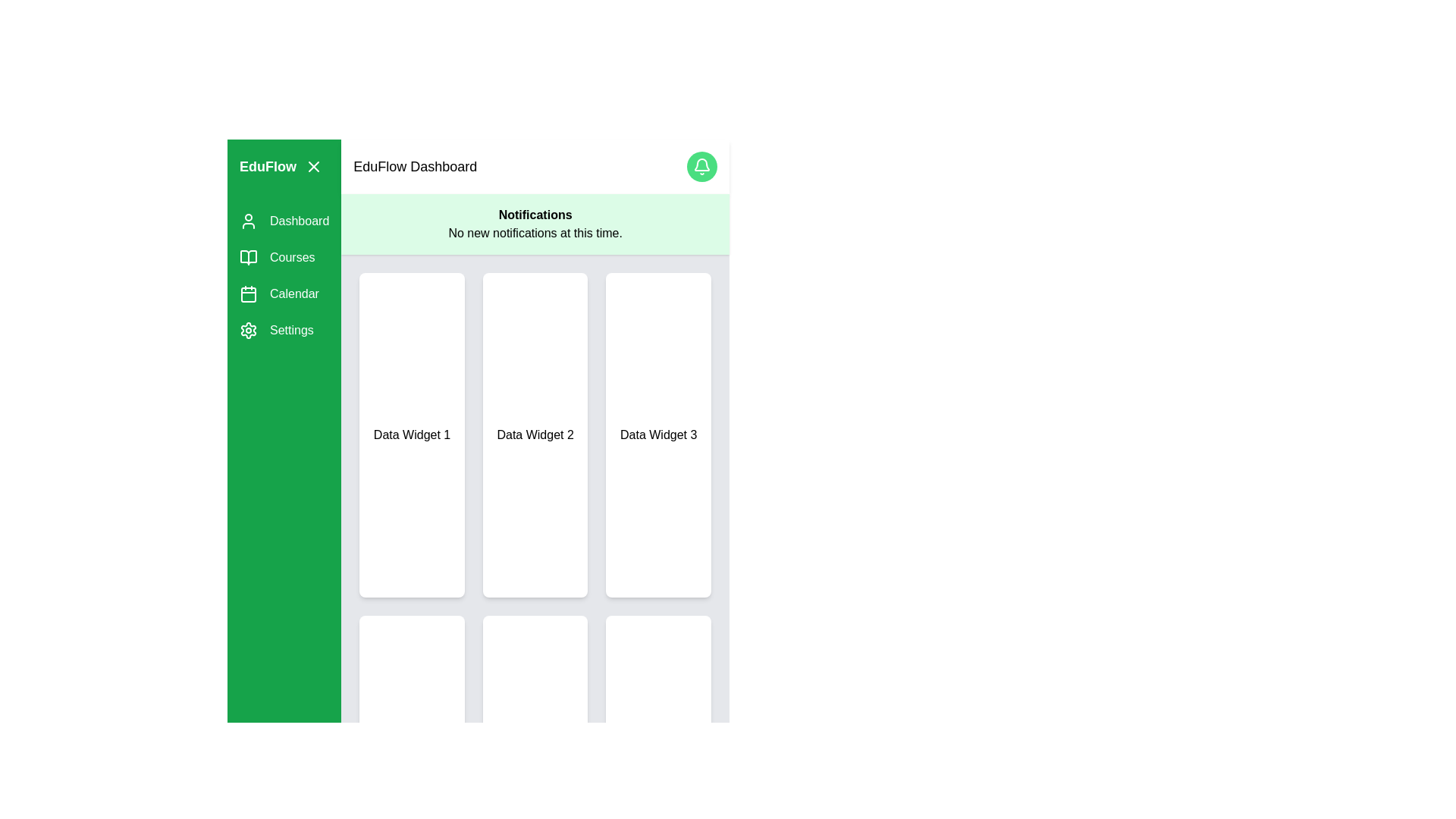 This screenshot has width=1456, height=819. Describe the element at coordinates (248, 329) in the screenshot. I see `the cog icon located in the sidebar on the left-hand side of the interface below the menu options` at that location.